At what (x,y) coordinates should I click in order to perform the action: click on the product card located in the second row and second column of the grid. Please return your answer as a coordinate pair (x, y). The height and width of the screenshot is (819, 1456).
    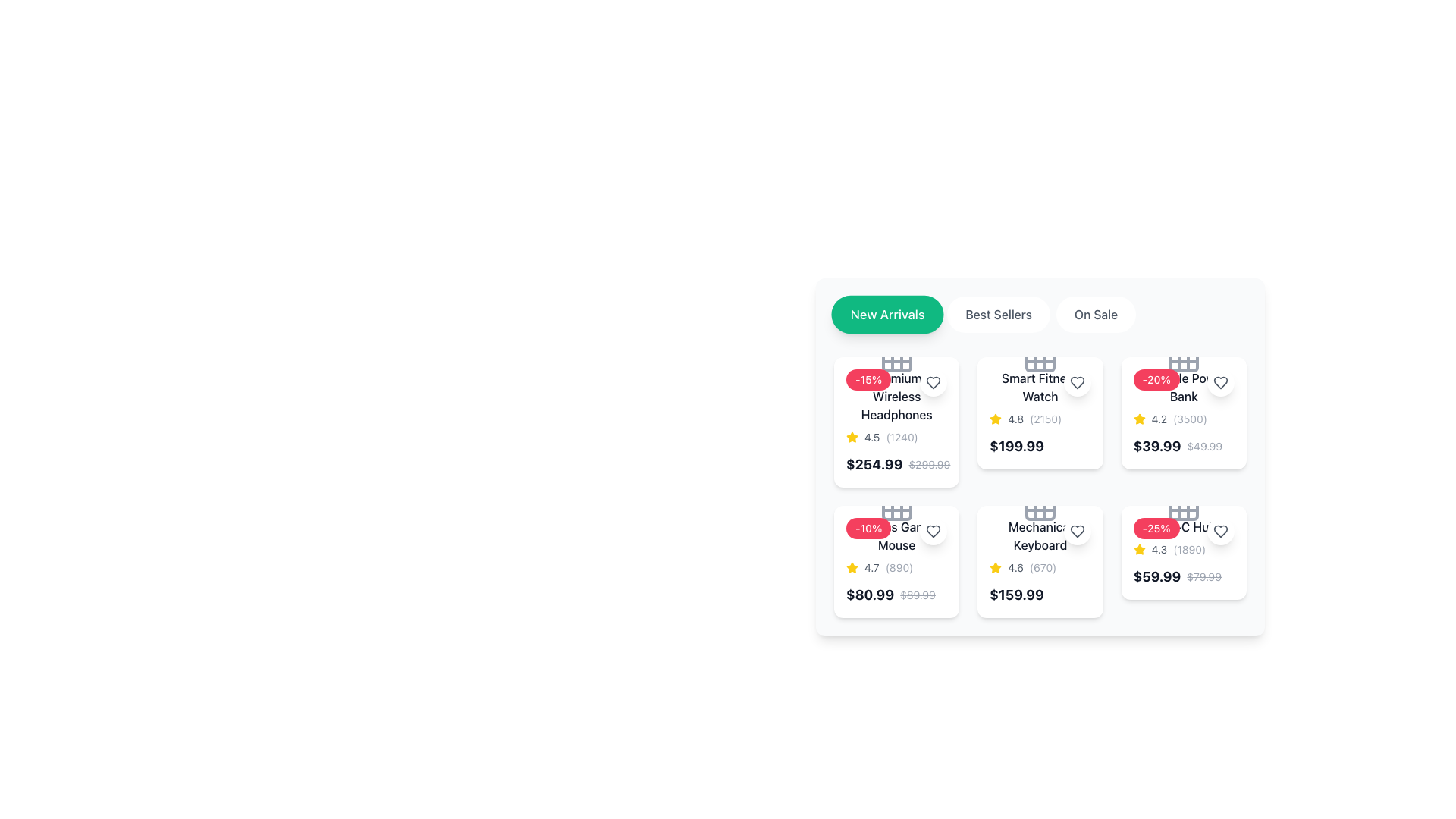
    Looking at the image, I should click on (1040, 488).